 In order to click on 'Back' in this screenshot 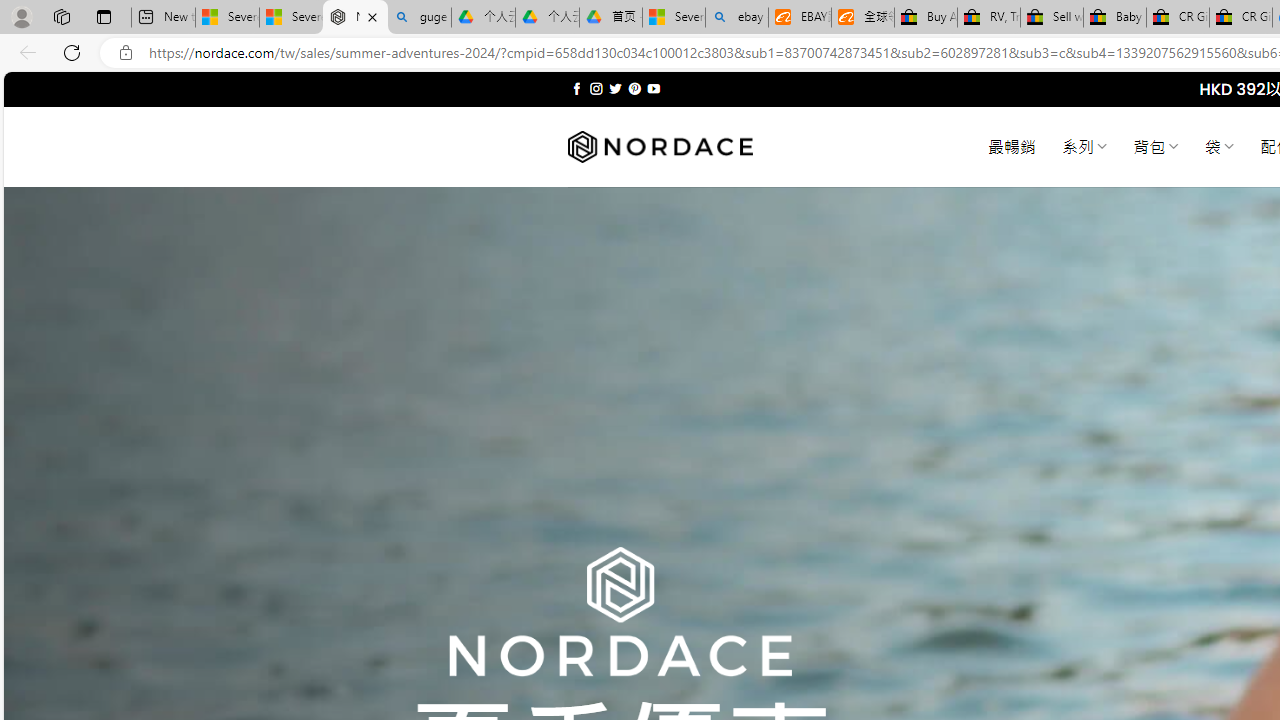, I will do `click(24, 51)`.